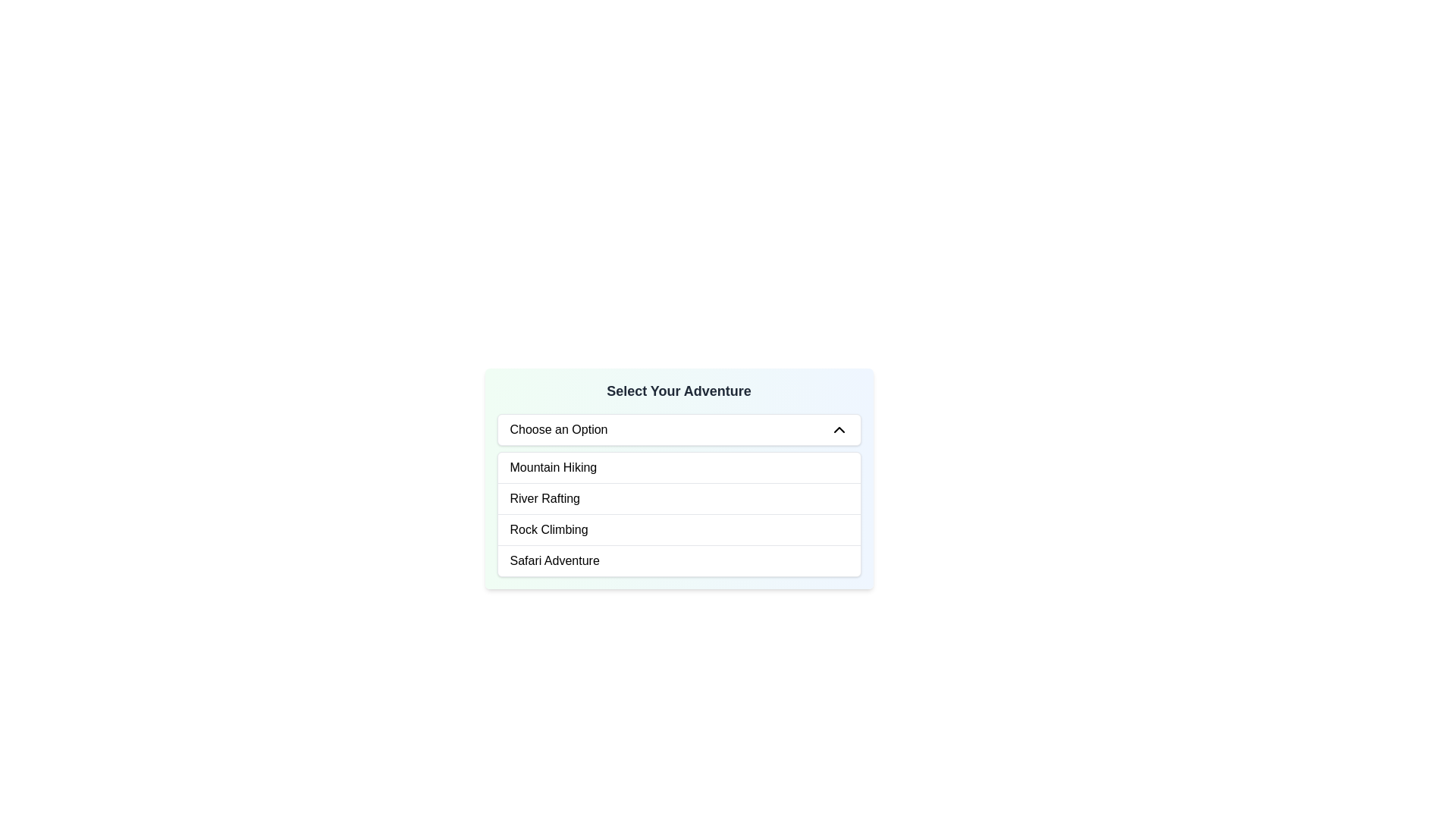 The height and width of the screenshot is (819, 1456). I want to click on the 'Mountain Hiking' option in the dropdown menu, so click(552, 467).